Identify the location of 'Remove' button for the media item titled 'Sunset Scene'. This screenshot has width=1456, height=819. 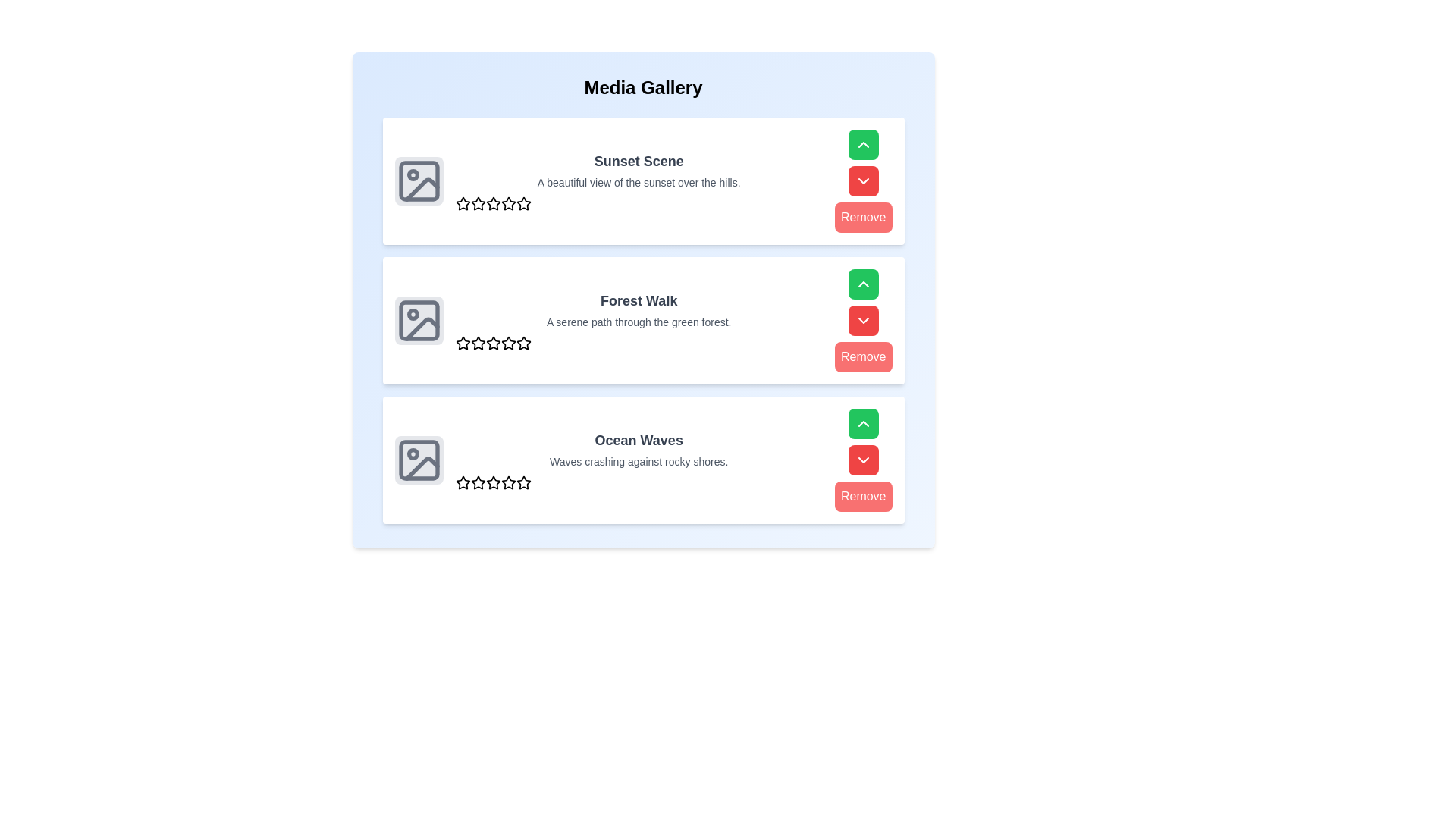
(863, 217).